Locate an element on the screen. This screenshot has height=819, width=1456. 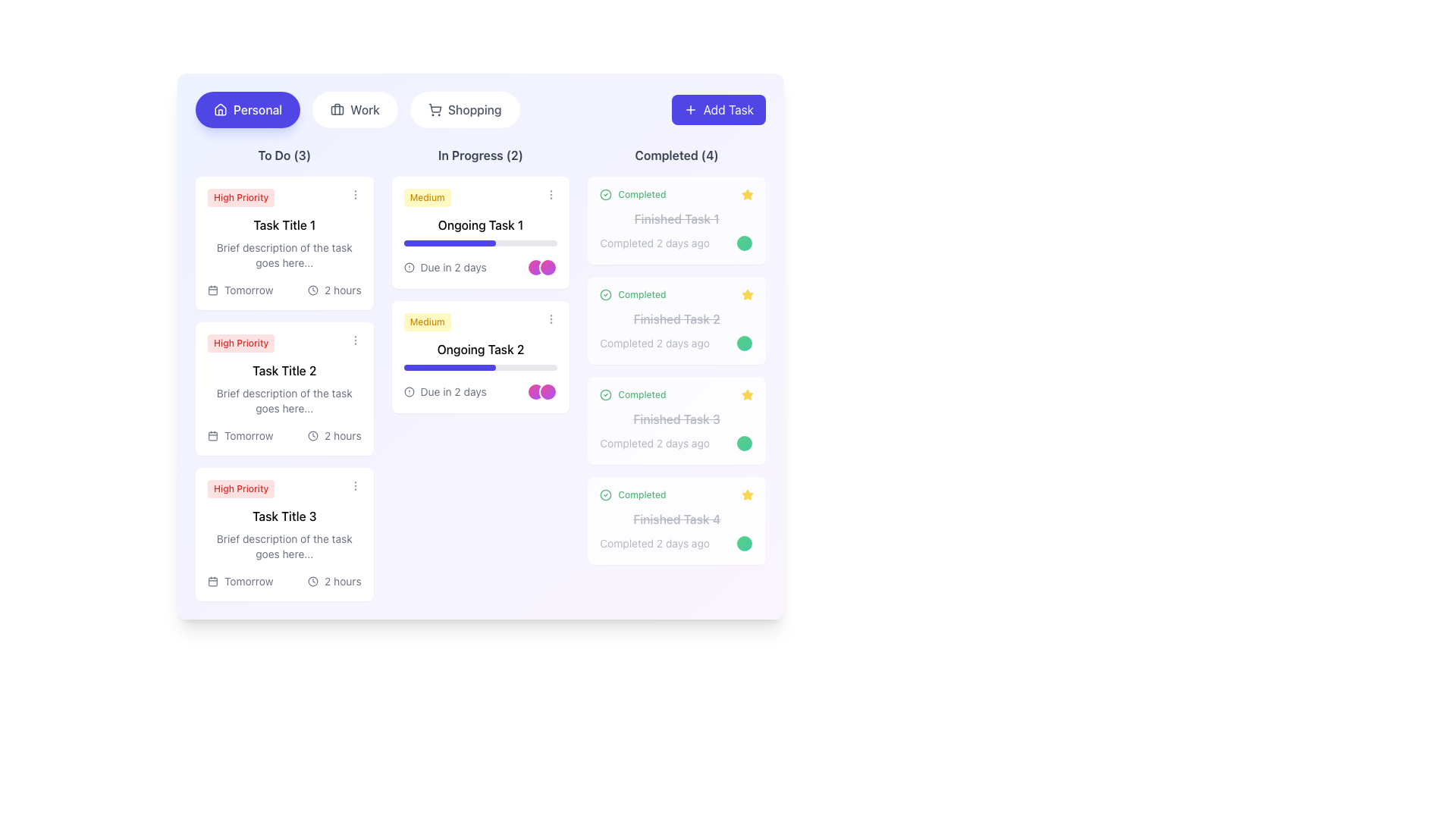
the 'High Priority' label with a light red background and bold red text, located in the top-left corner of the 'Task Title 3' card in the 'To Do' column is located at coordinates (240, 488).